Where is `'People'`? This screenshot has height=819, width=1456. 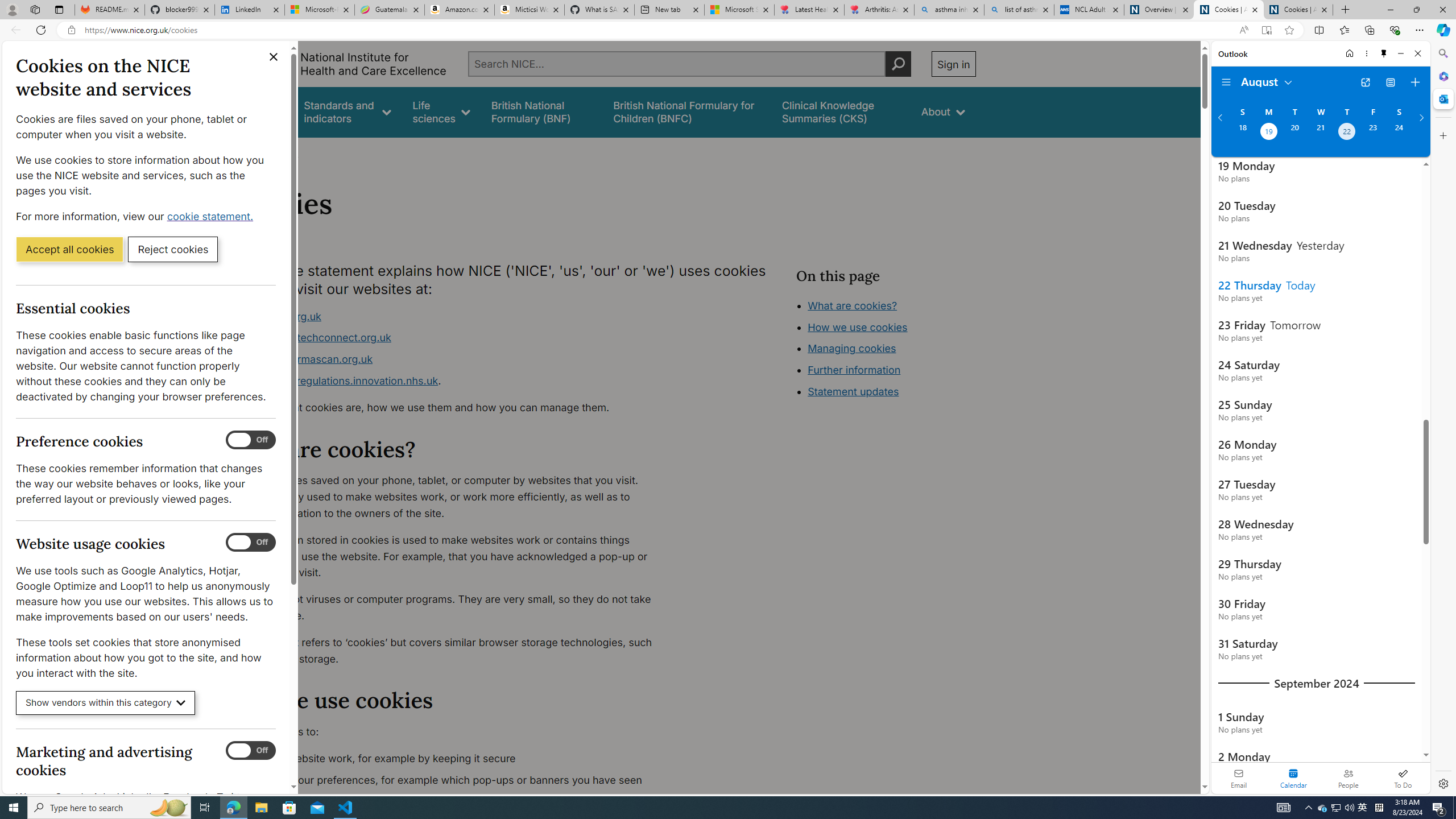
'People' is located at coordinates (1347, 777).